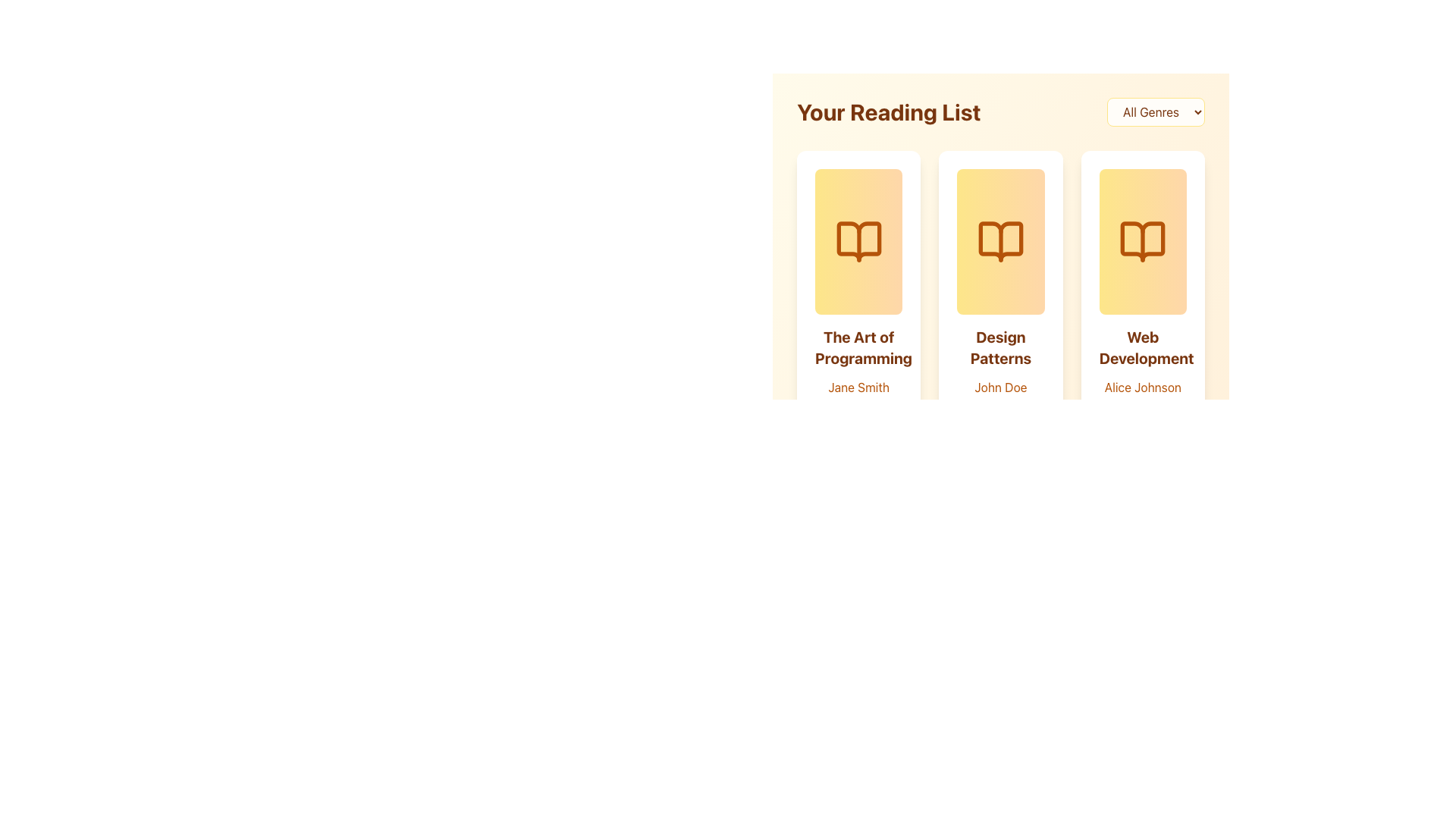  What do you see at coordinates (1029, 413) in the screenshot?
I see `the Rating indicator displaying the value 4.8, located in the bottom-right area of the reading card interface beneath the 'Design Patterns' book entry` at bounding box center [1029, 413].